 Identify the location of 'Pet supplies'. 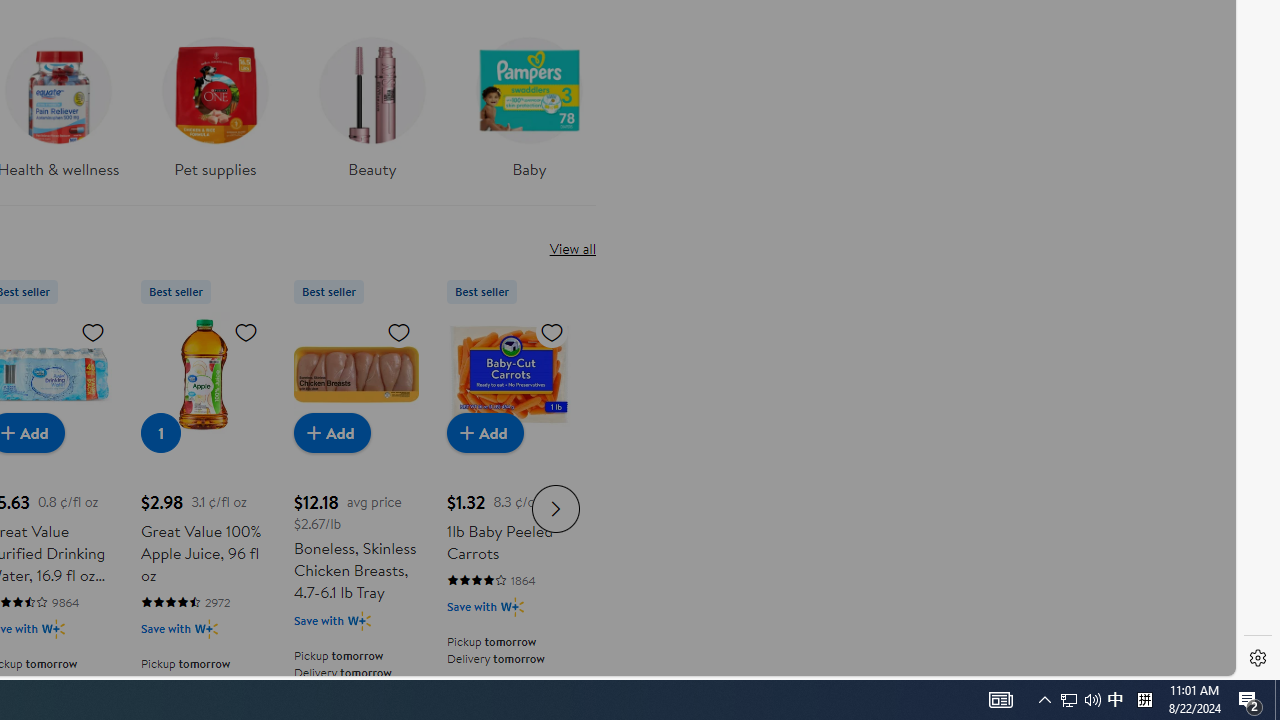
(215, 101).